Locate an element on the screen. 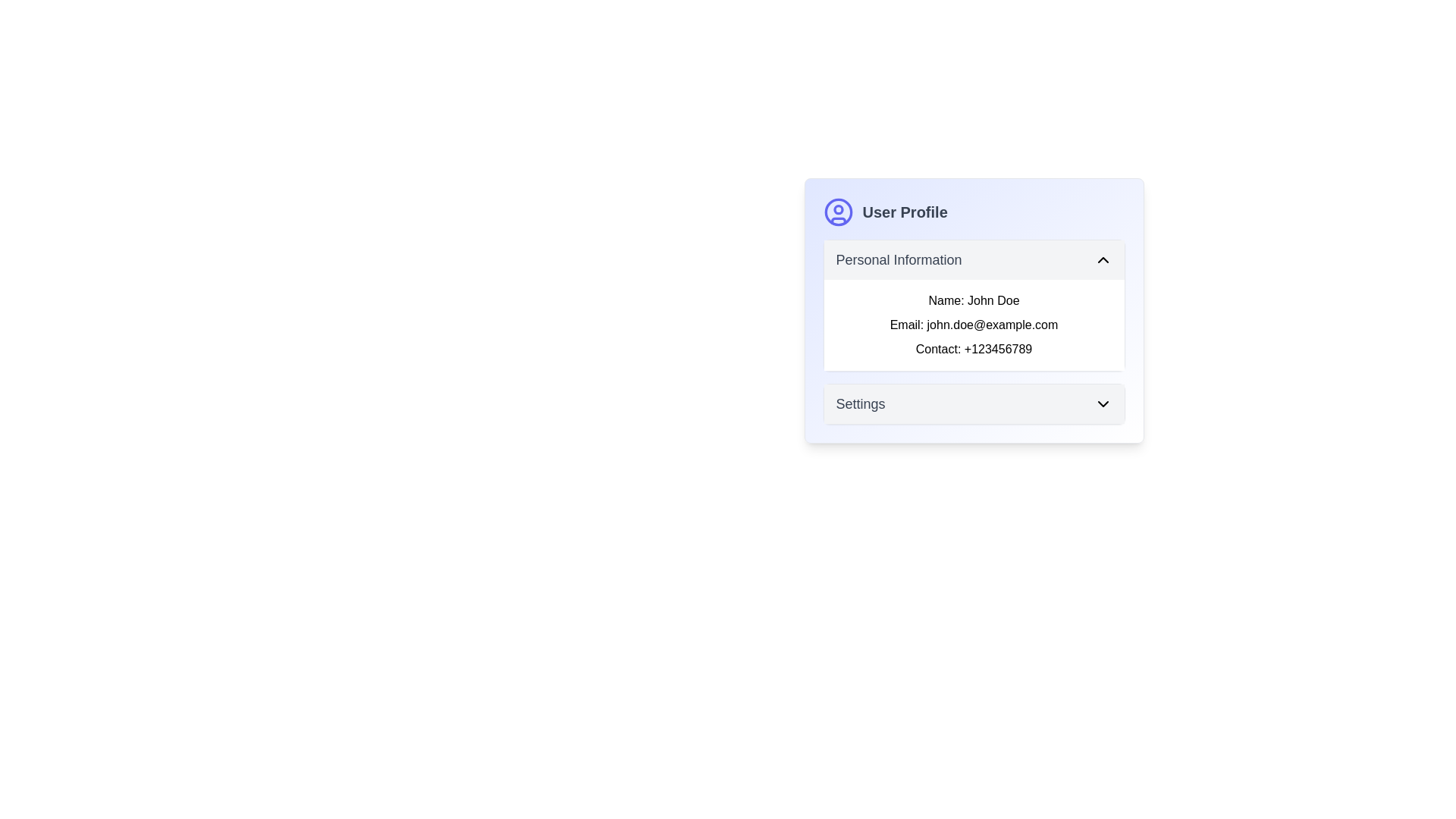 Image resolution: width=1456 pixels, height=819 pixels. the small circle representing the head in the user profile icon located at the top-left corner of the 'User Profile' section, above the text 'User Profile' is located at coordinates (837, 209).